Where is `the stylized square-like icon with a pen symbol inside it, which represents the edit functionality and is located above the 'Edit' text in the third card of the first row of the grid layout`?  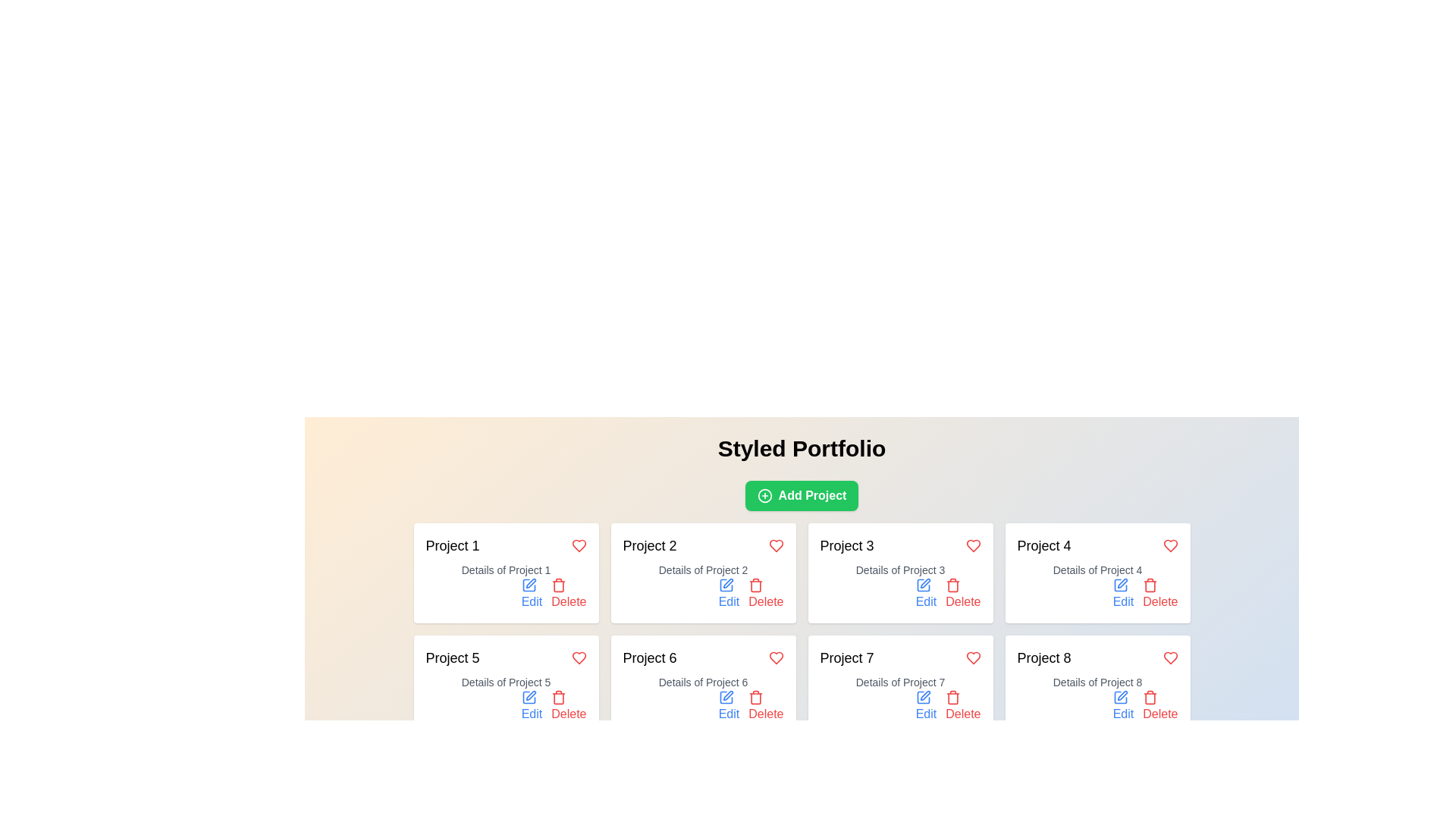
the stylized square-like icon with a pen symbol inside it, which represents the edit functionality and is located above the 'Edit' text in the third card of the first row of the grid layout is located at coordinates (924, 582).